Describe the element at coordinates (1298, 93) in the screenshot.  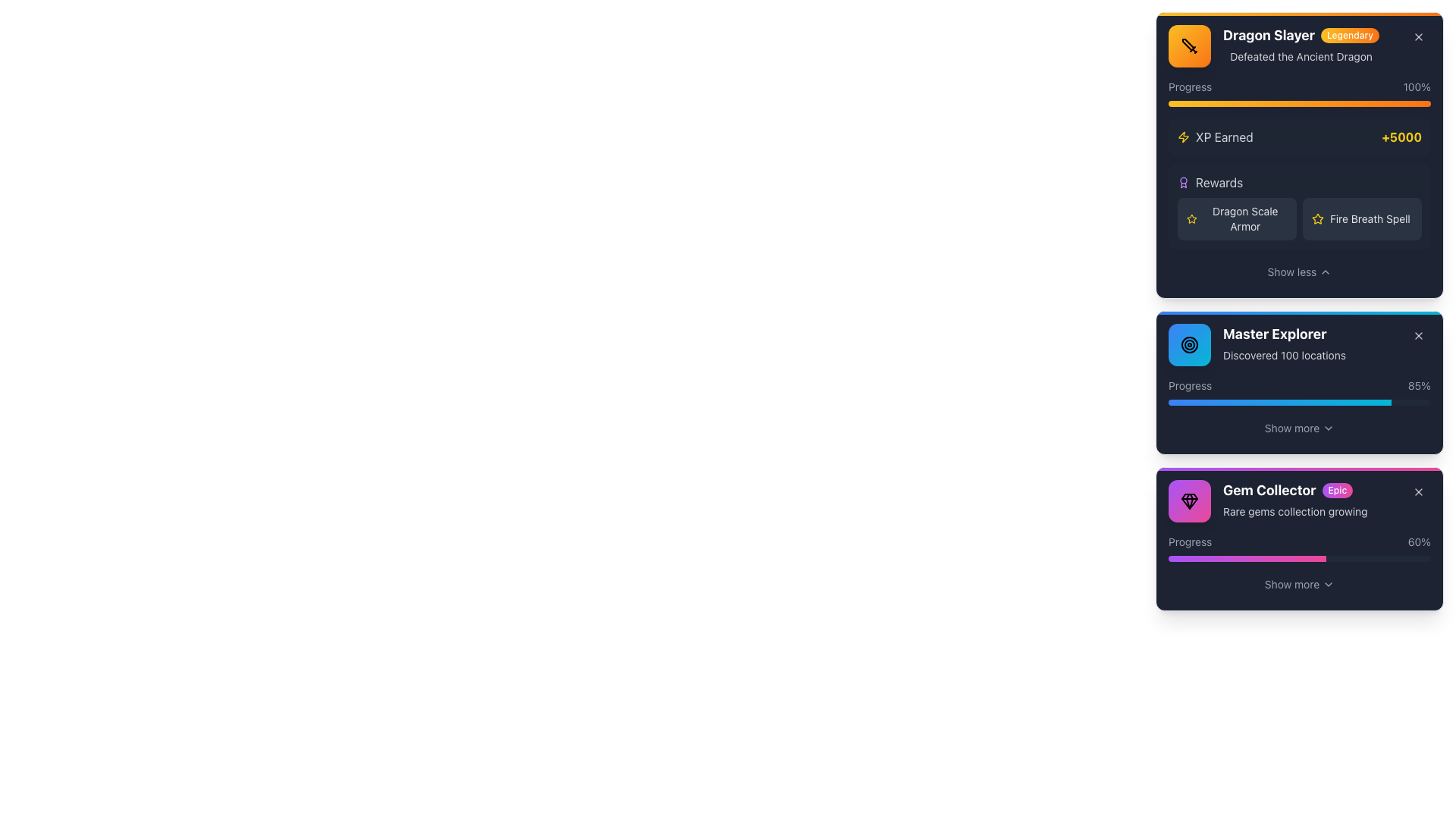
I see `visual progress of the Progress indicator in the first achievement card labeled 'Dragon Slayer', which visually depicts the progress of the task` at that location.